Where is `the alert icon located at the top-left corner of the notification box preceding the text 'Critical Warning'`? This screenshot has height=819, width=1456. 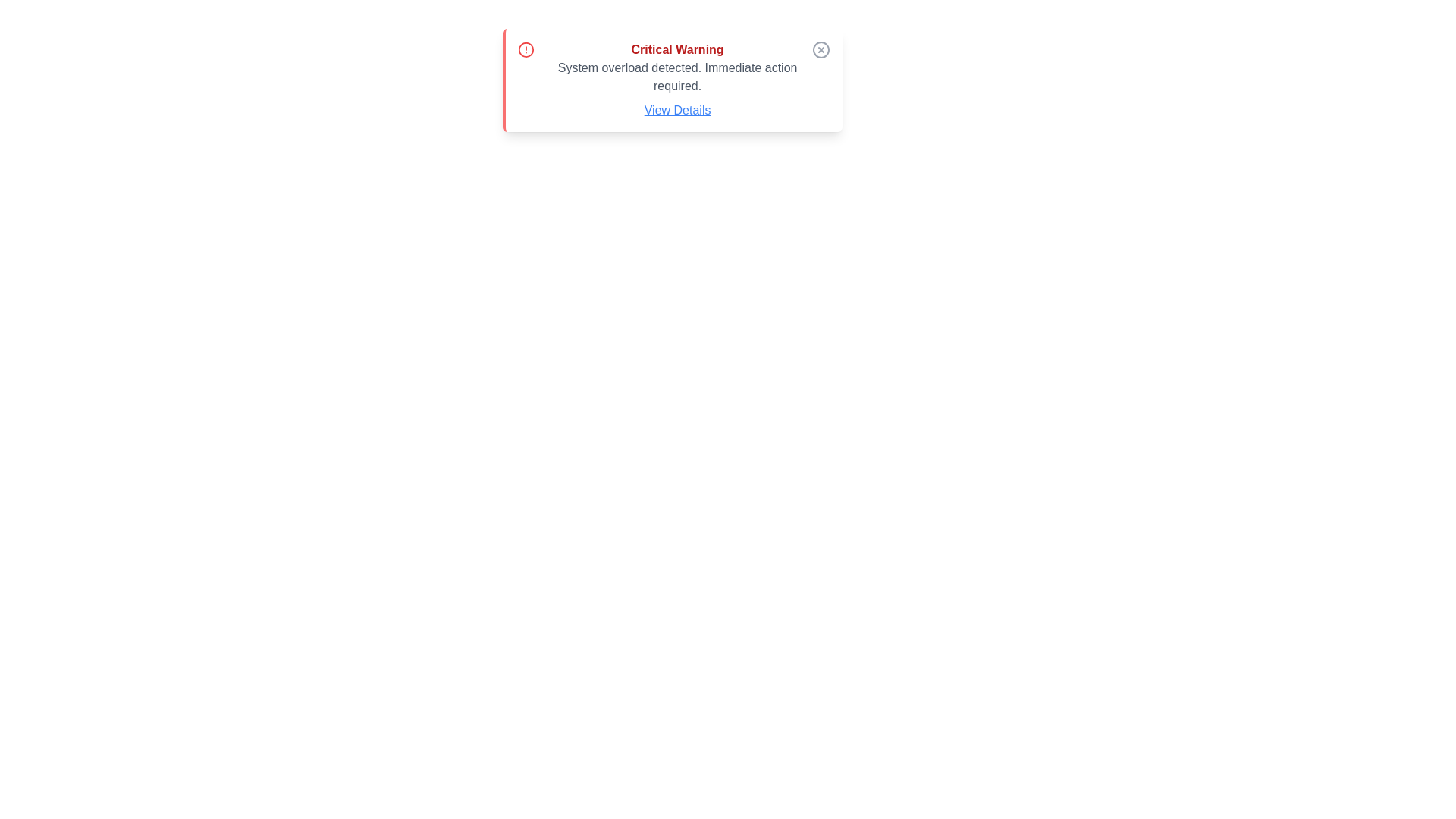 the alert icon located at the top-left corner of the notification box preceding the text 'Critical Warning' is located at coordinates (526, 49).